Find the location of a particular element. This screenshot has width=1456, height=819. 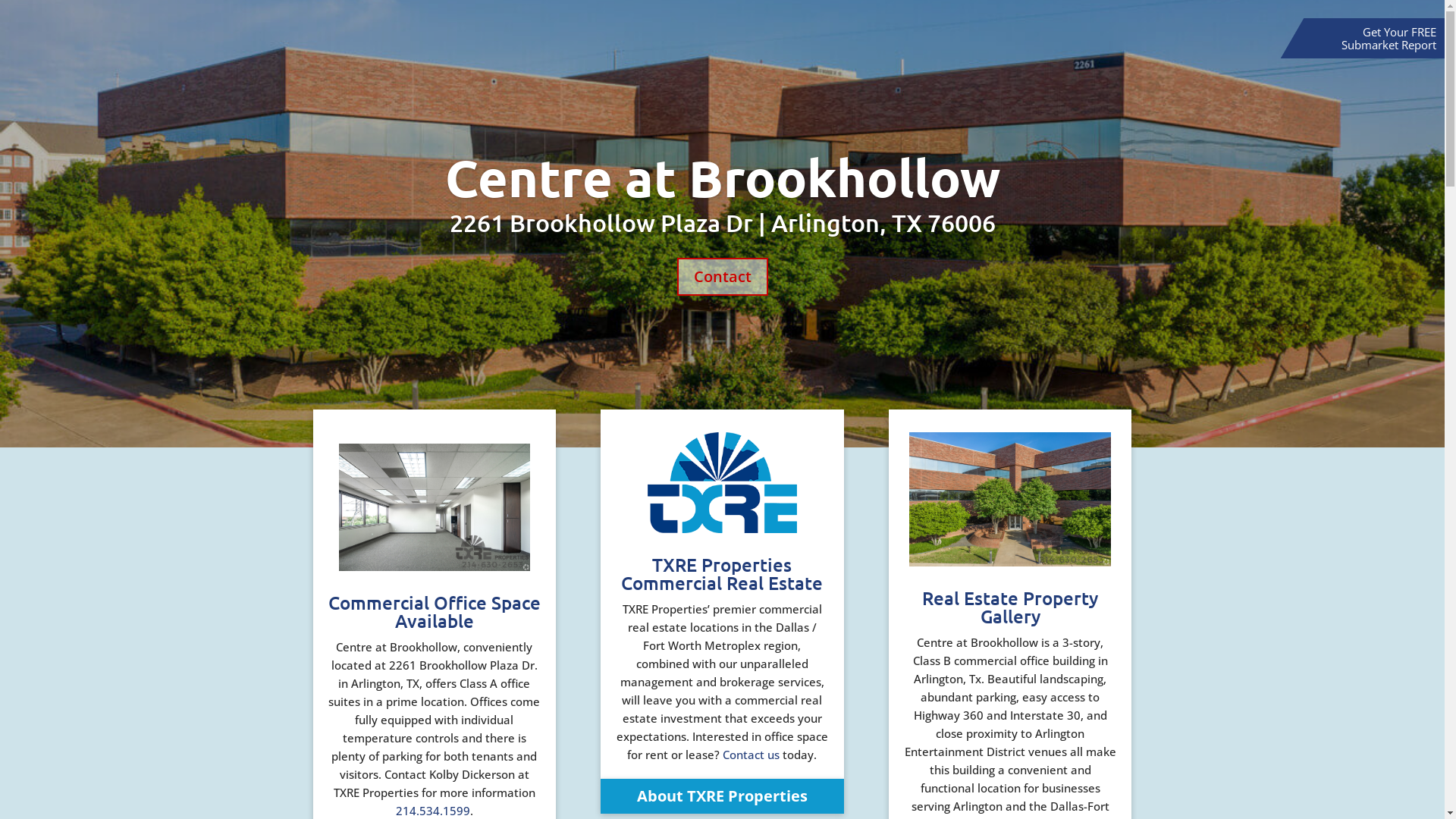

'Contact' is located at coordinates (720, 277).